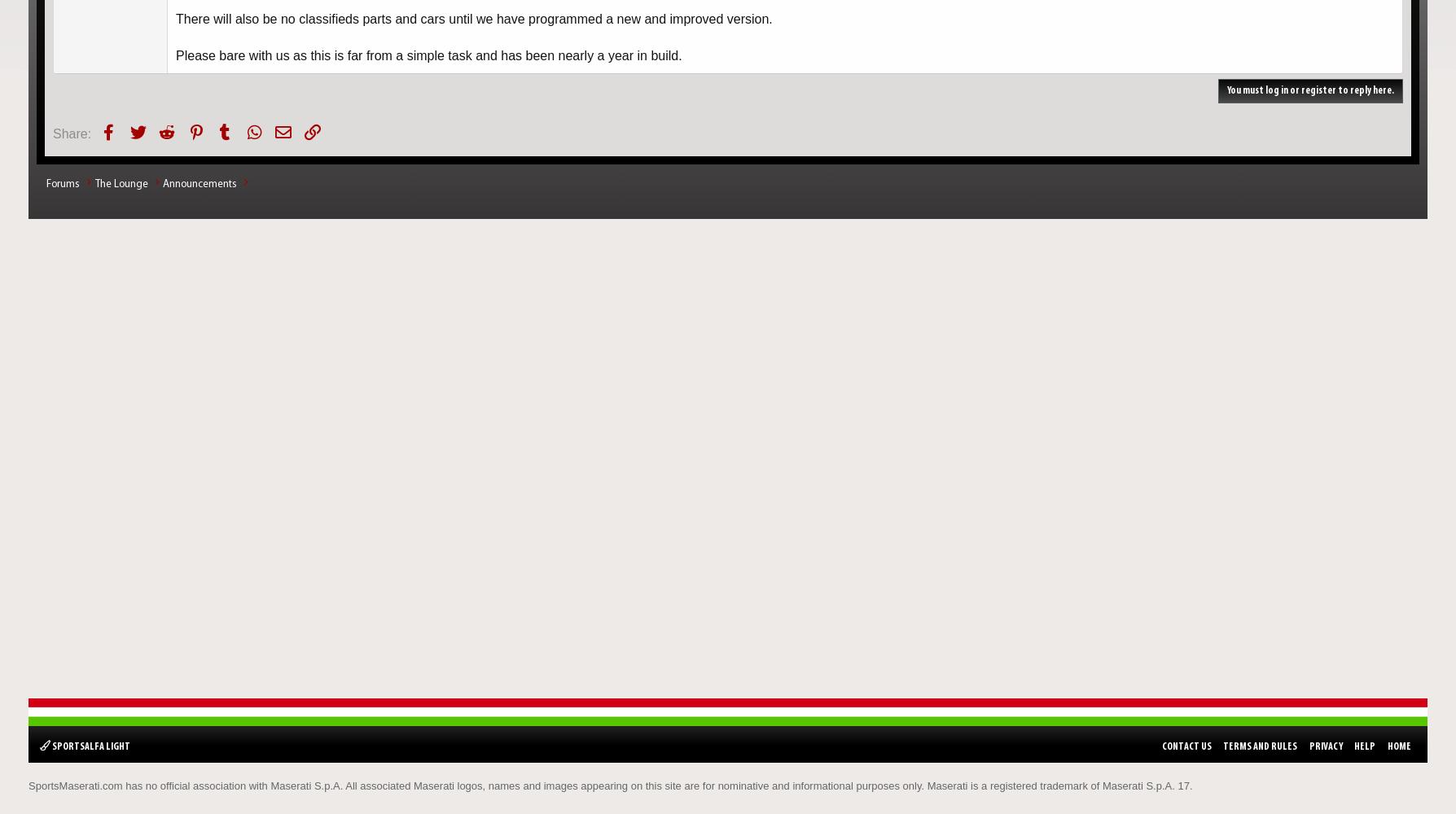 This screenshot has width=1456, height=814. What do you see at coordinates (90, 746) in the screenshot?
I see `'SportsAlfa LIGHT'` at bounding box center [90, 746].